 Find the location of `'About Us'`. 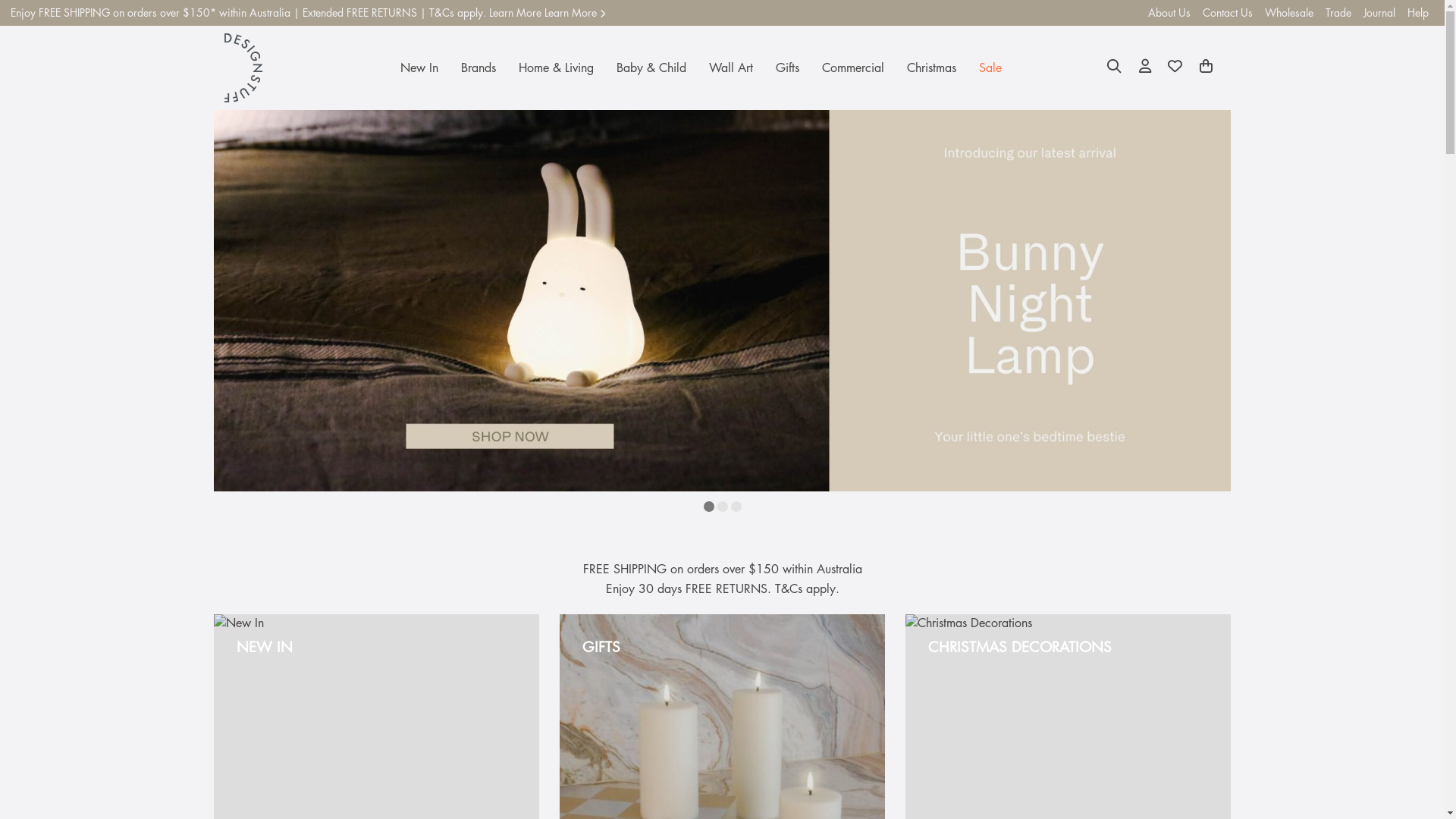

'About Us' is located at coordinates (1168, 12).